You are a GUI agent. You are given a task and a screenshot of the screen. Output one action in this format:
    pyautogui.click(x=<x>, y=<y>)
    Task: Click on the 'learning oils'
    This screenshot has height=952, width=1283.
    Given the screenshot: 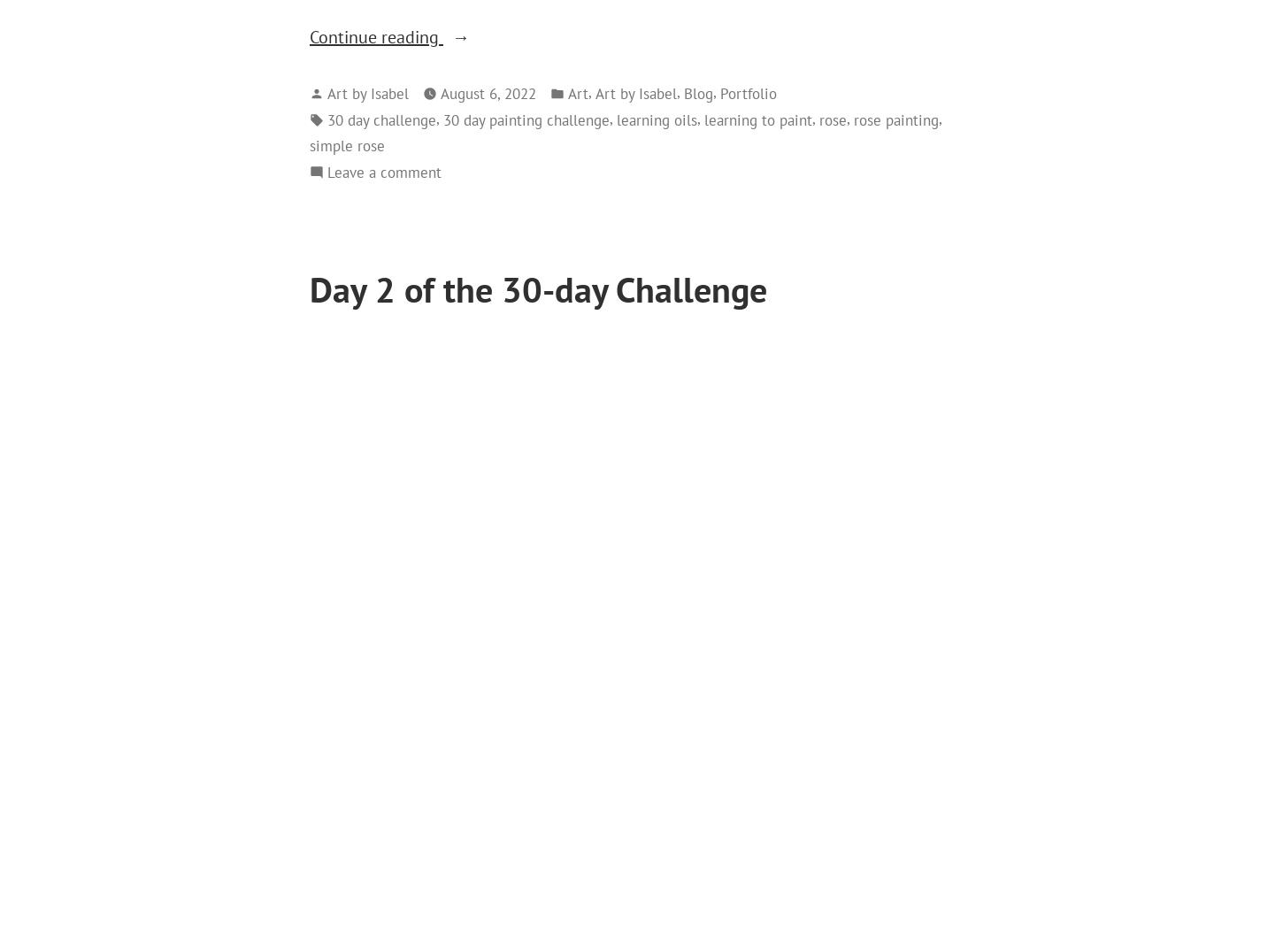 What is the action you would take?
    pyautogui.click(x=657, y=118)
    